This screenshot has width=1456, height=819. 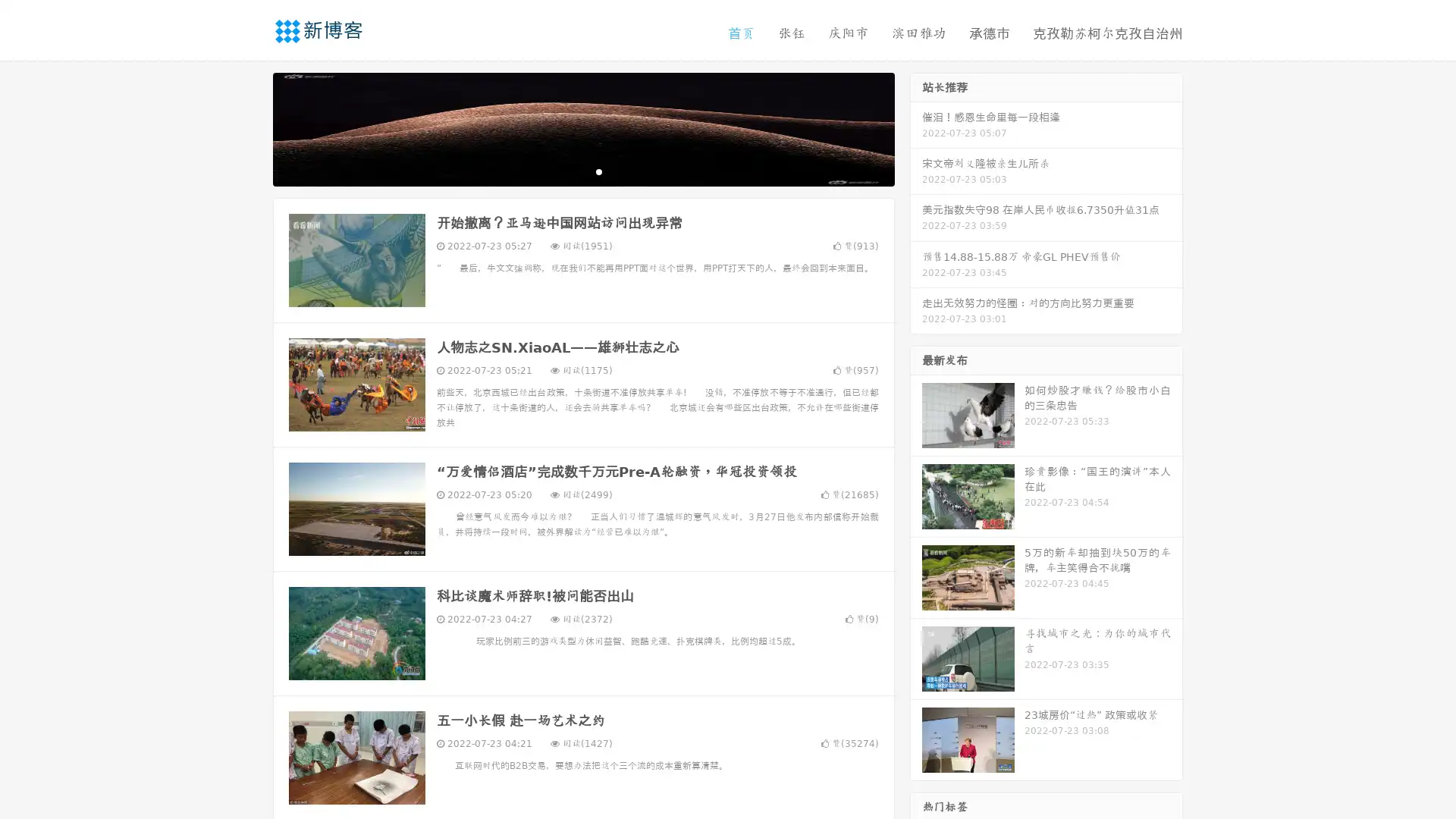 I want to click on Go to slide 2, so click(x=582, y=171).